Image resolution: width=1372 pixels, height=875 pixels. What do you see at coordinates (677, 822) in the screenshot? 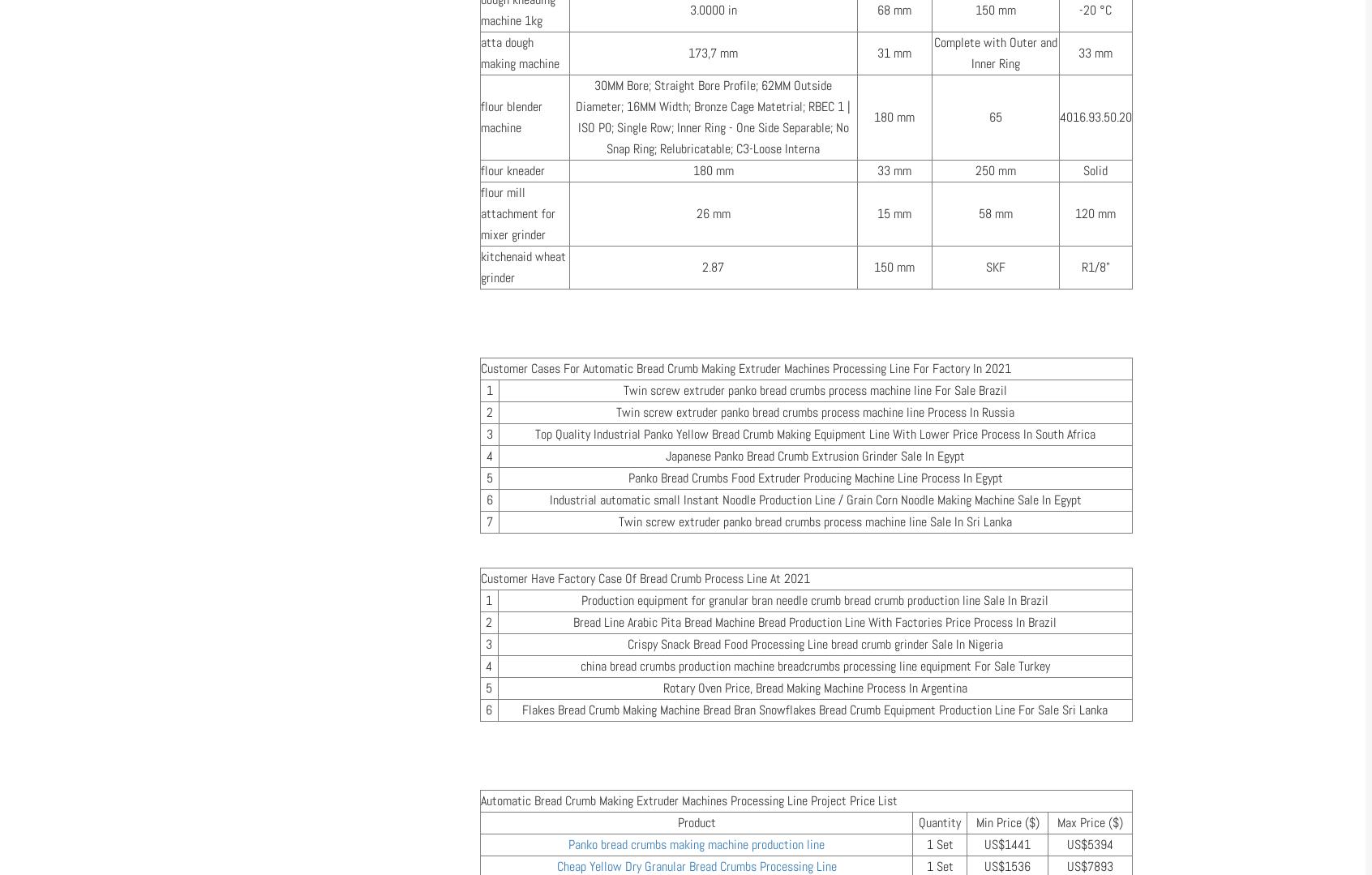
I see `'Product'` at bounding box center [677, 822].